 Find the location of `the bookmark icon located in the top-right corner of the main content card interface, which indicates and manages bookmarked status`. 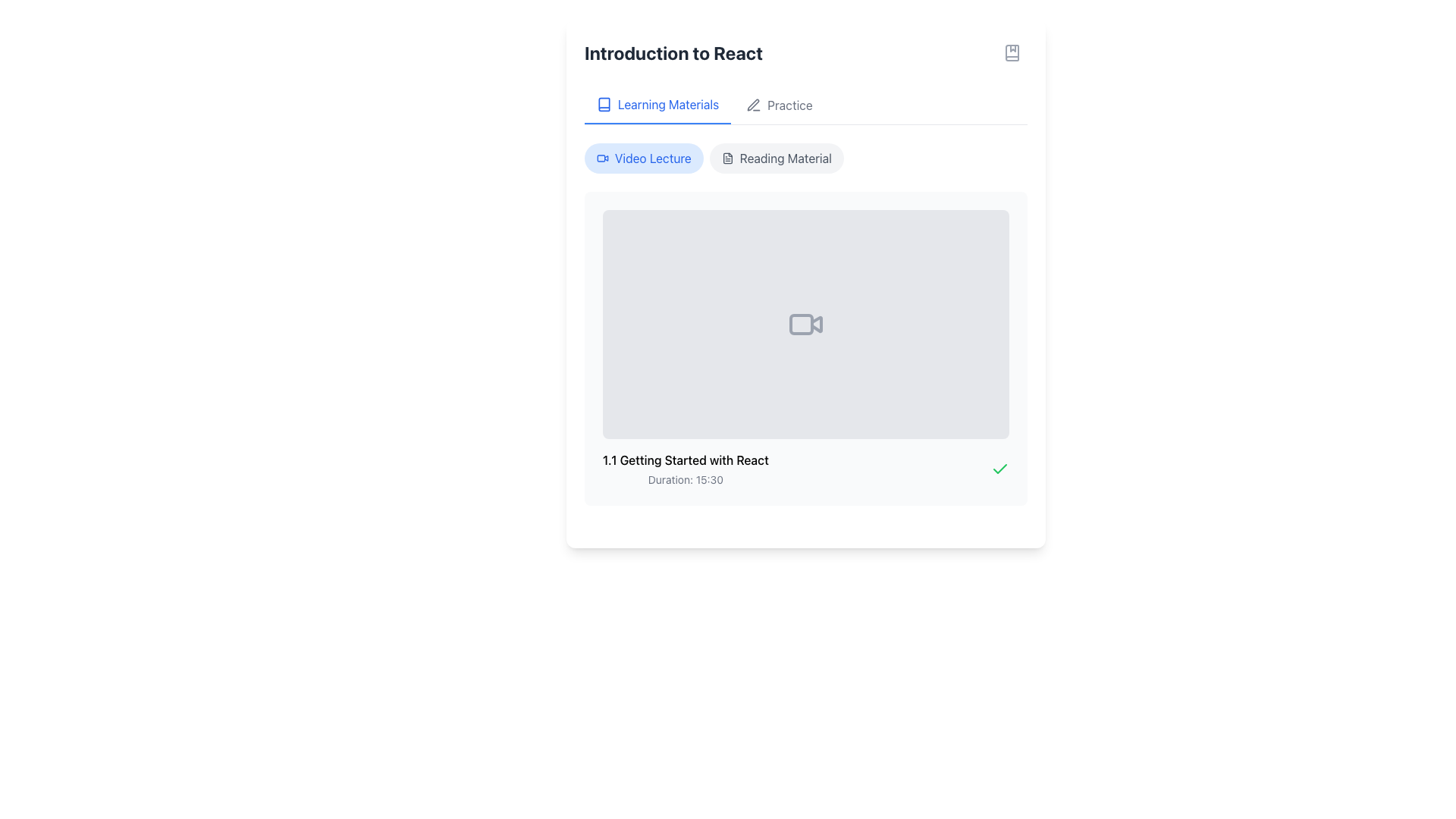

the bookmark icon located in the top-right corner of the main content card interface, which indicates and manages bookmarked status is located at coordinates (1012, 52).